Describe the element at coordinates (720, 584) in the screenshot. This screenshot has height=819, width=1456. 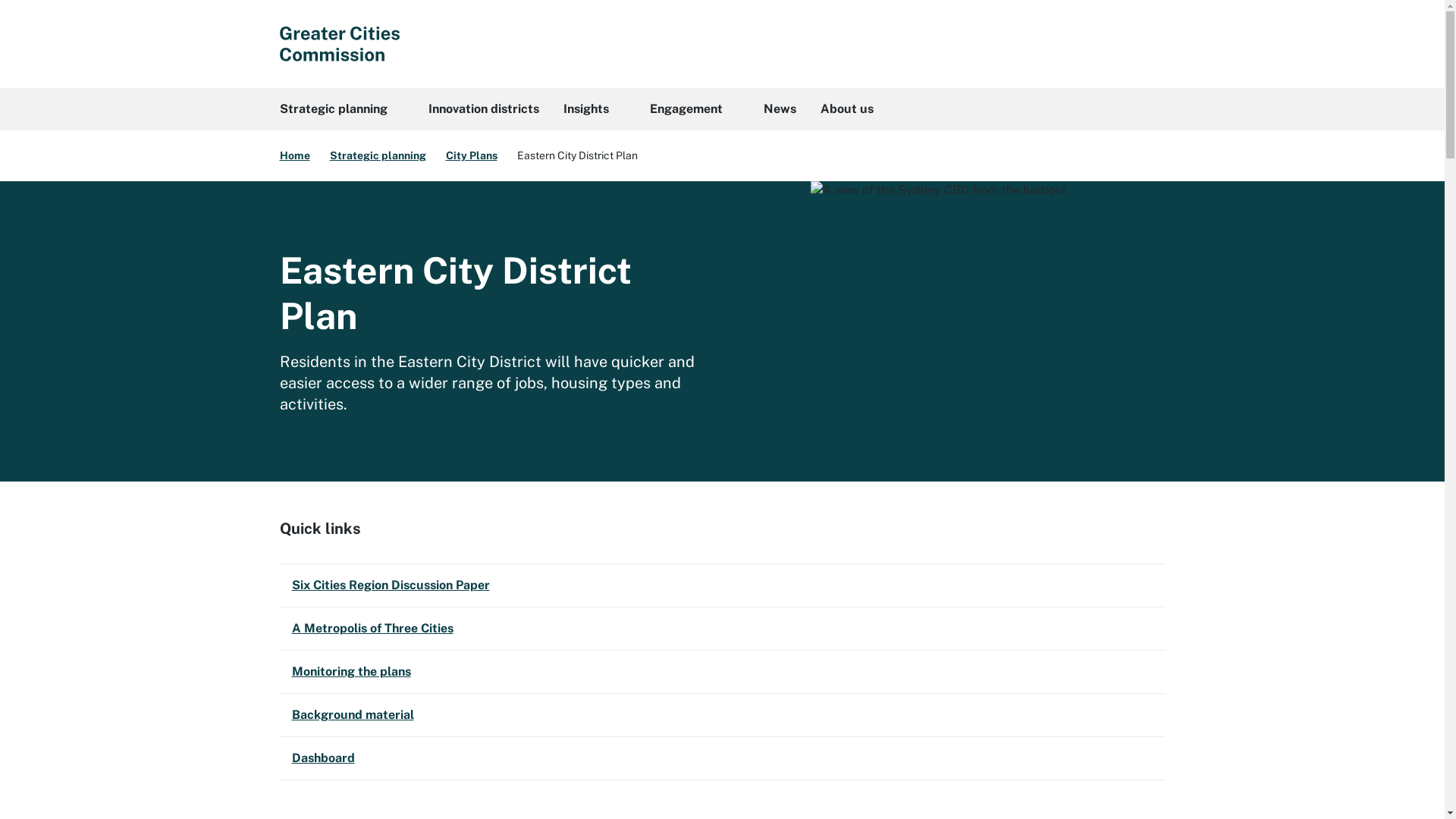
I see `'Six Cities Region Discussion Paper'` at that location.